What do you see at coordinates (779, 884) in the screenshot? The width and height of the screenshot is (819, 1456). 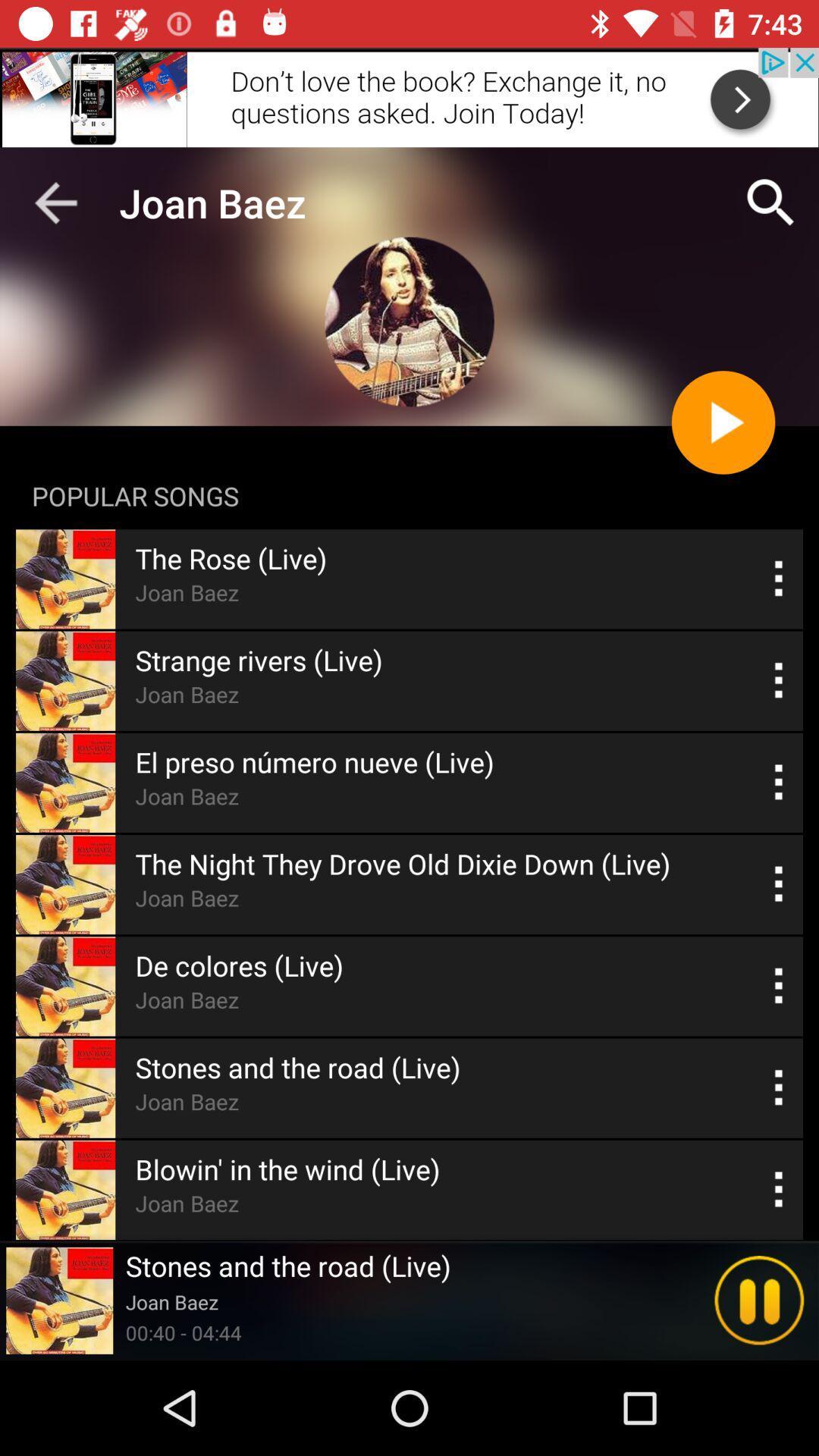 I see `the more icon` at bounding box center [779, 884].